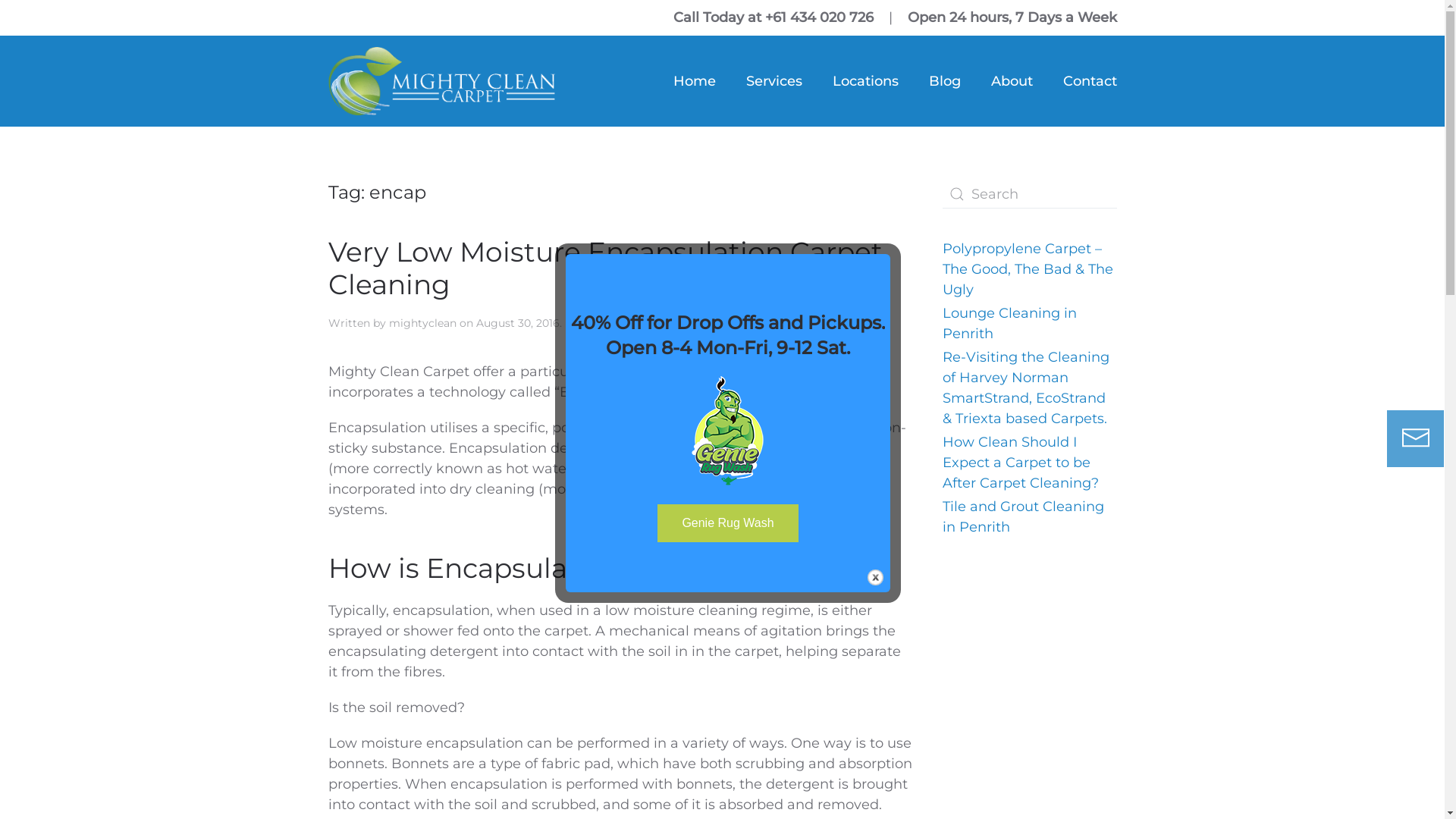  What do you see at coordinates (1011, 81) in the screenshot?
I see `'About'` at bounding box center [1011, 81].